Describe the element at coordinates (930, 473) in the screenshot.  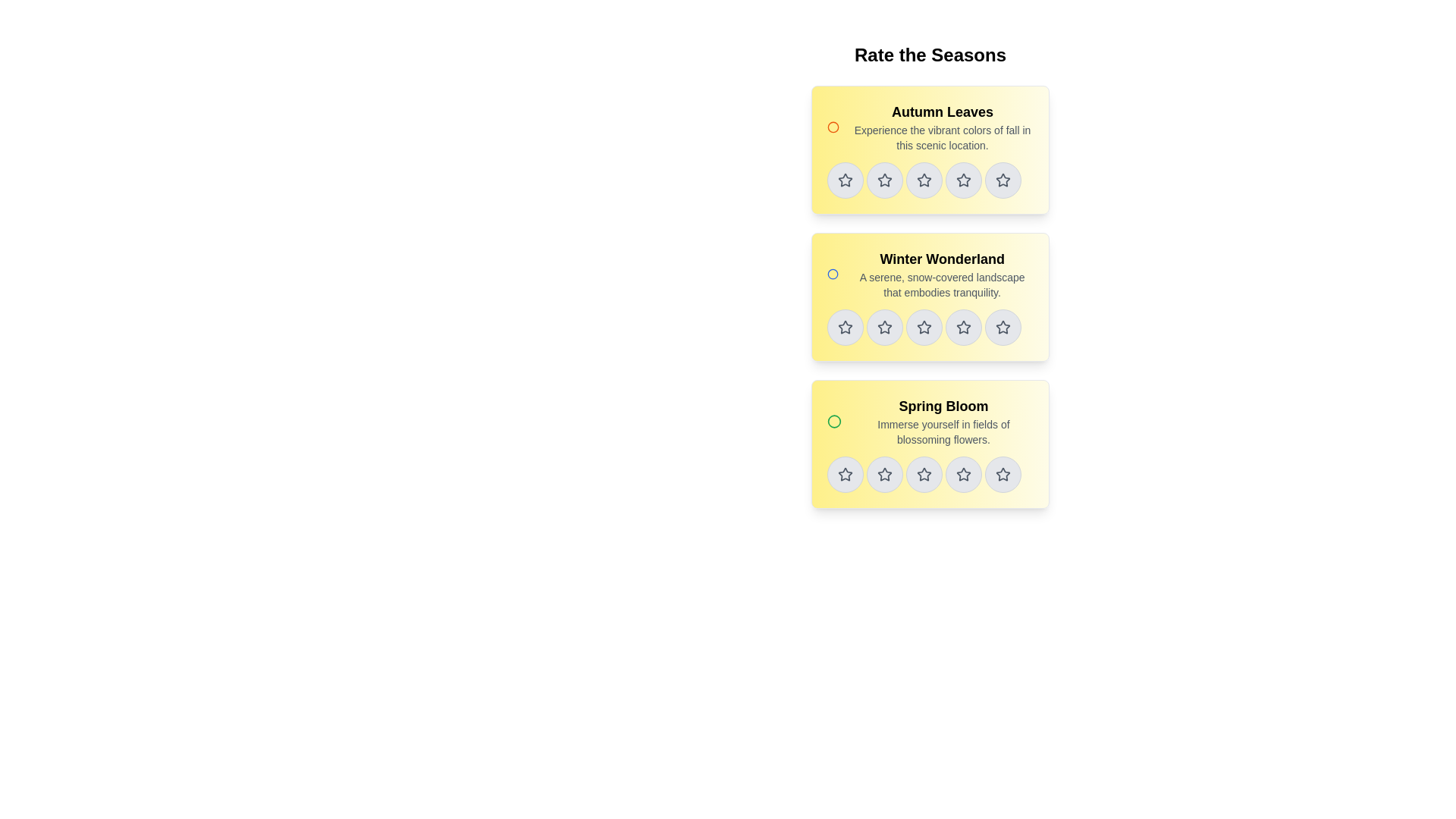
I see `the third rating button for 'Spring Bloom'` at that location.